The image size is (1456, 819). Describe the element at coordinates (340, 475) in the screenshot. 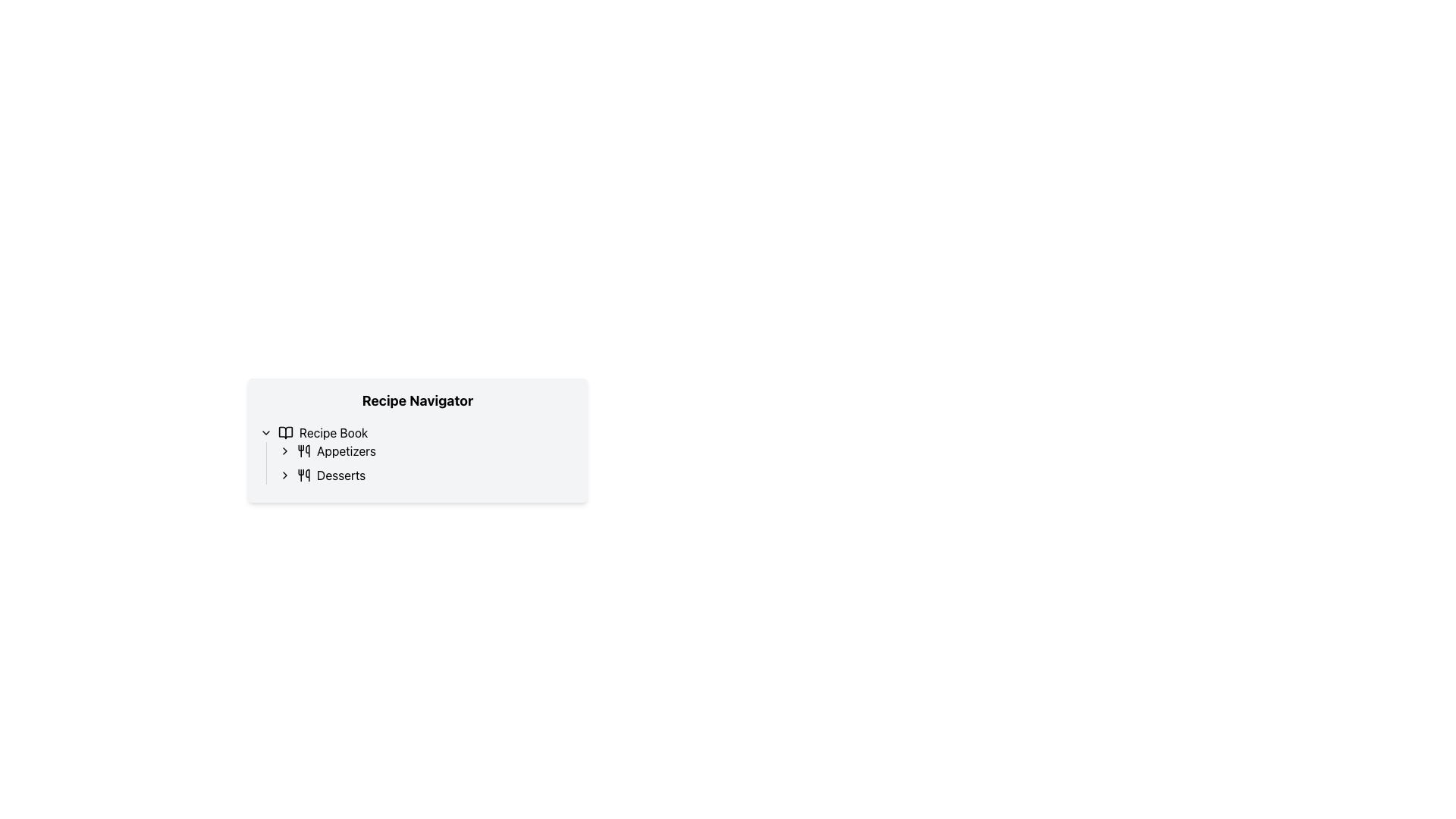

I see `the 'Desserts' text label in the Recipe Navigator section` at that location.